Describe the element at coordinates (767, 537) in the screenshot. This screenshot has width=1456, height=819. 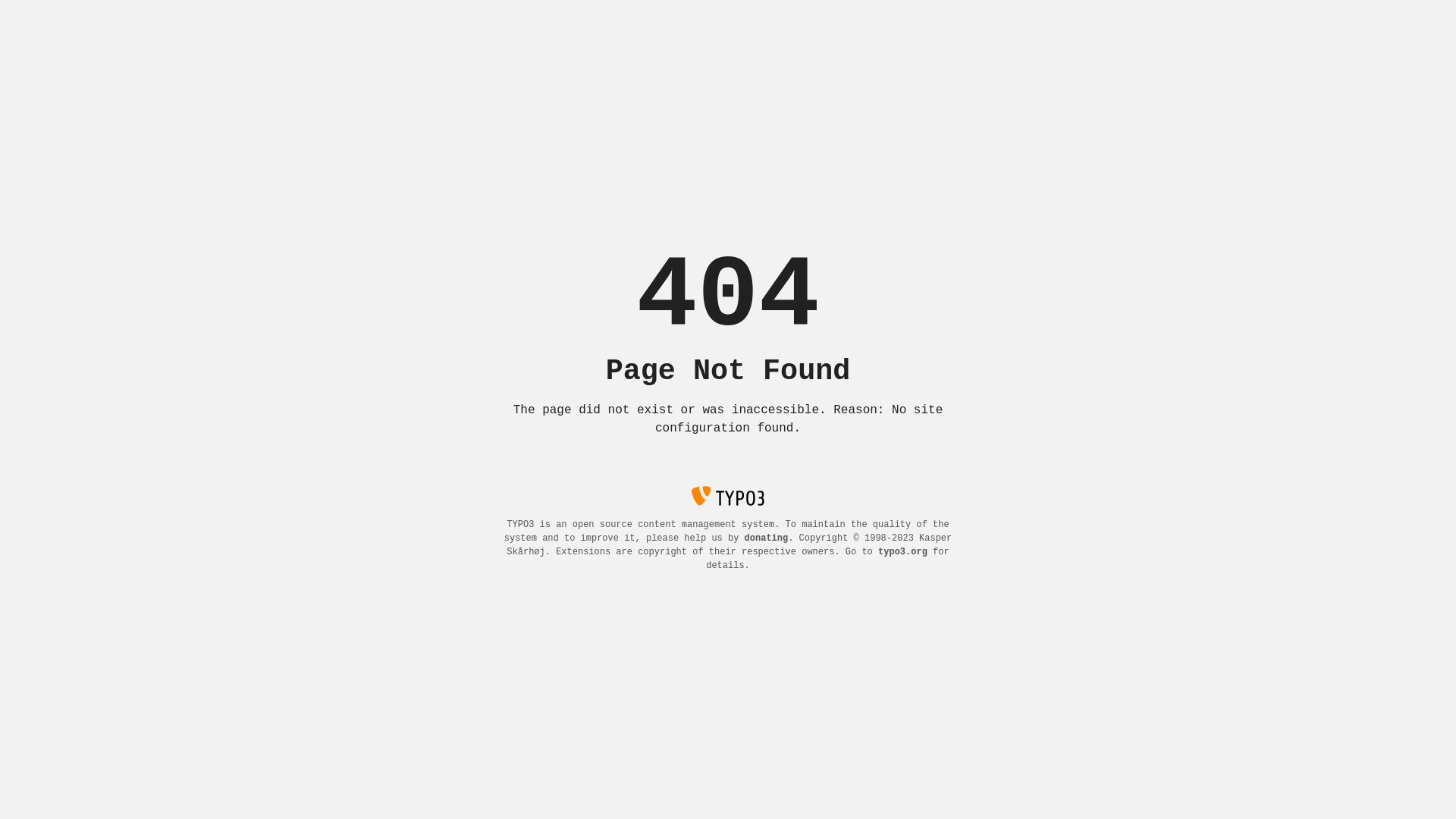
I see `'donating'` at that location.